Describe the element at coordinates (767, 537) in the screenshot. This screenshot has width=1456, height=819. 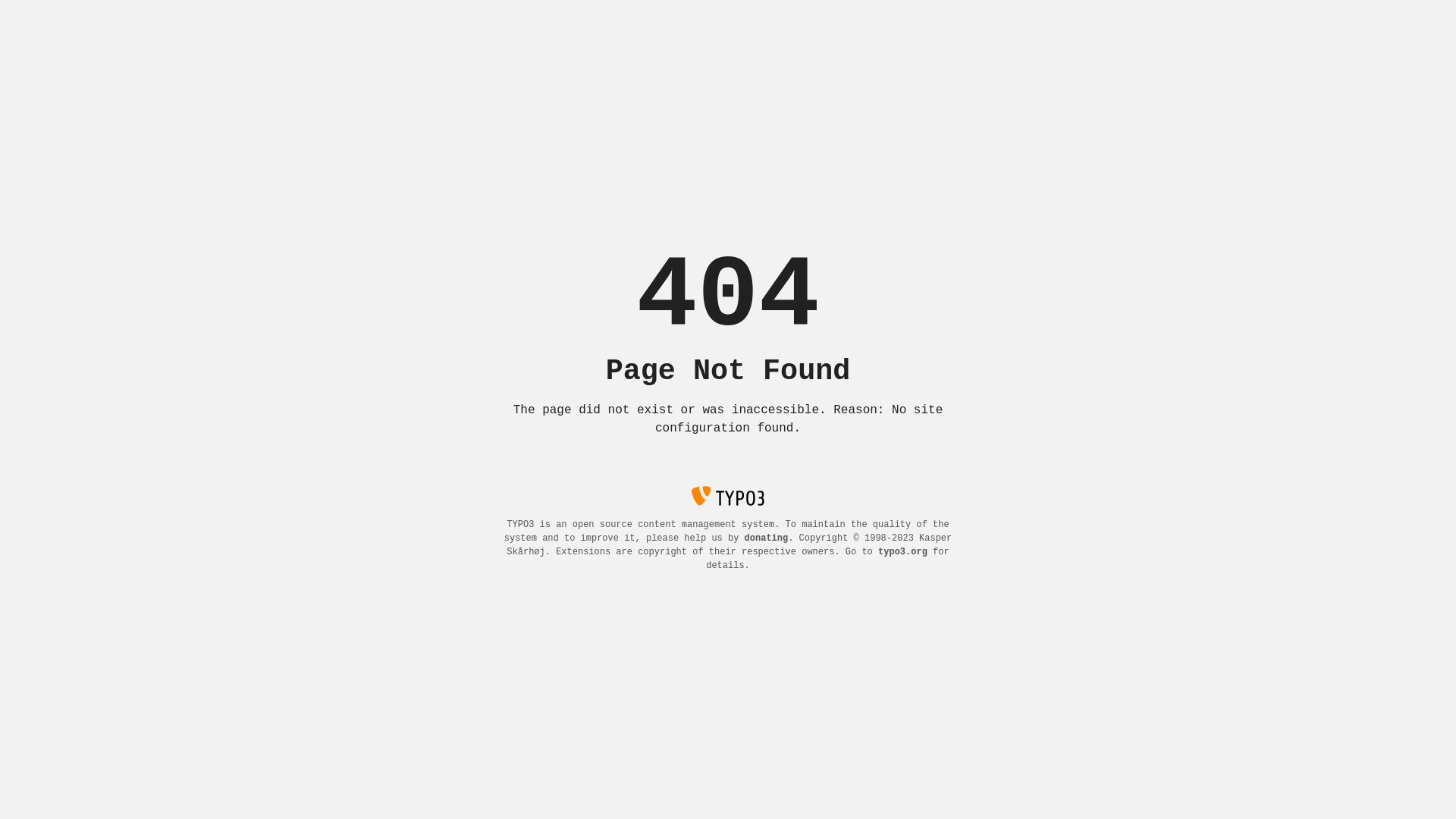
I see `'donating'` at that location.